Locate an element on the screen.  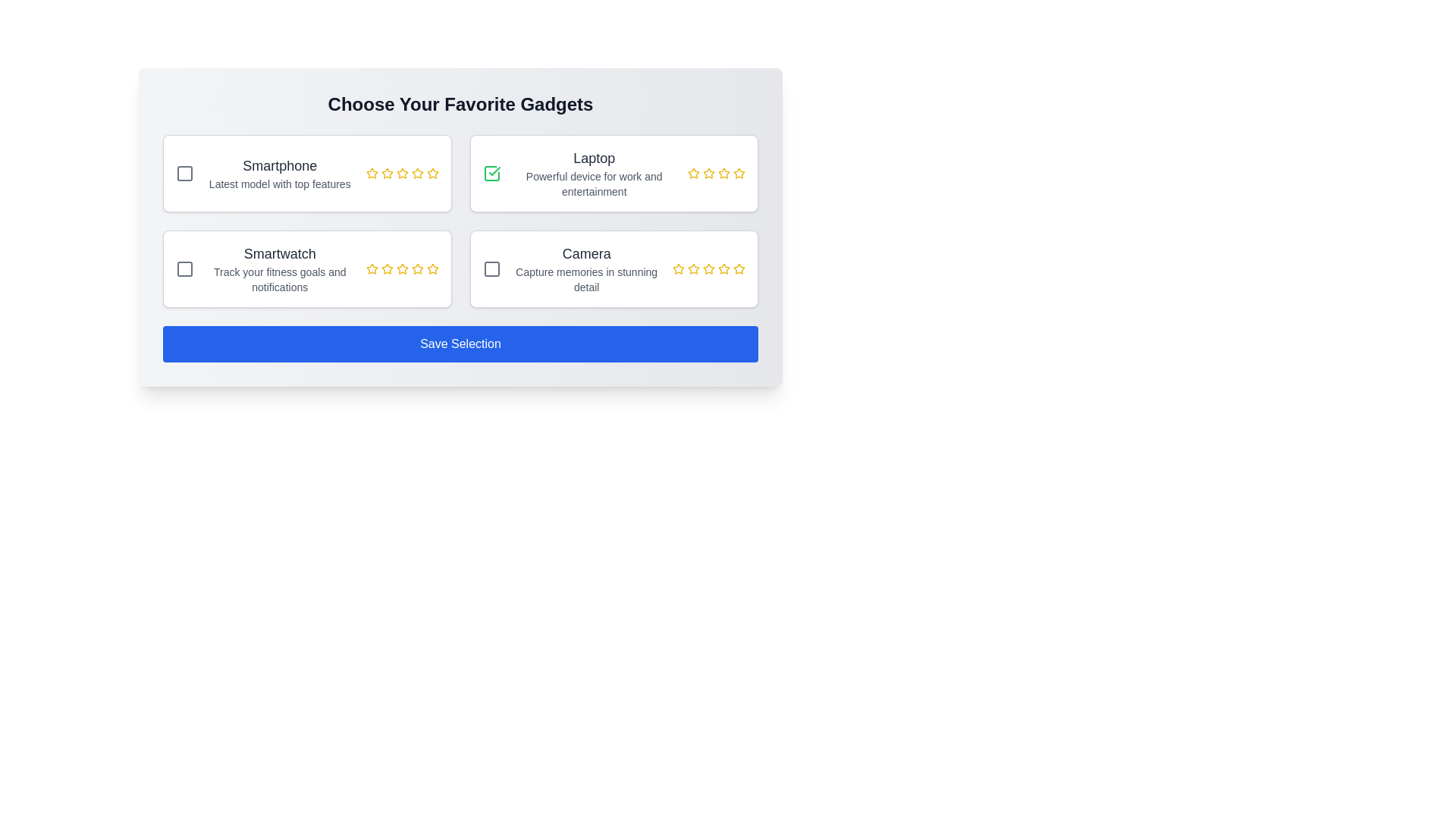
the fifth star icon in the rating system for the 'Smartwatch' card is located at coordinates (431, 268).